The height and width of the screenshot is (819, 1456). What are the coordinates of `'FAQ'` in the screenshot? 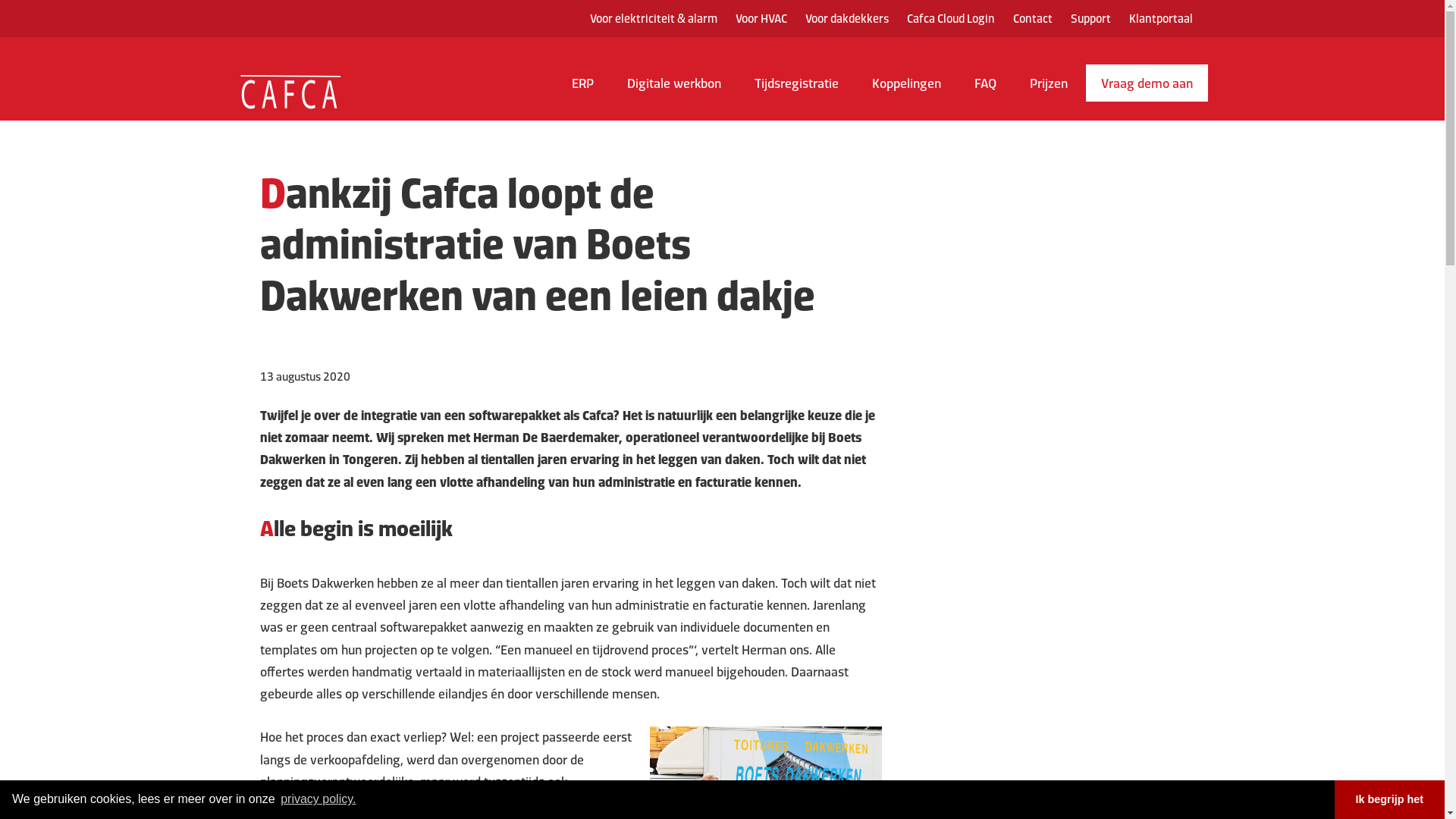 It's located at (984, 89).